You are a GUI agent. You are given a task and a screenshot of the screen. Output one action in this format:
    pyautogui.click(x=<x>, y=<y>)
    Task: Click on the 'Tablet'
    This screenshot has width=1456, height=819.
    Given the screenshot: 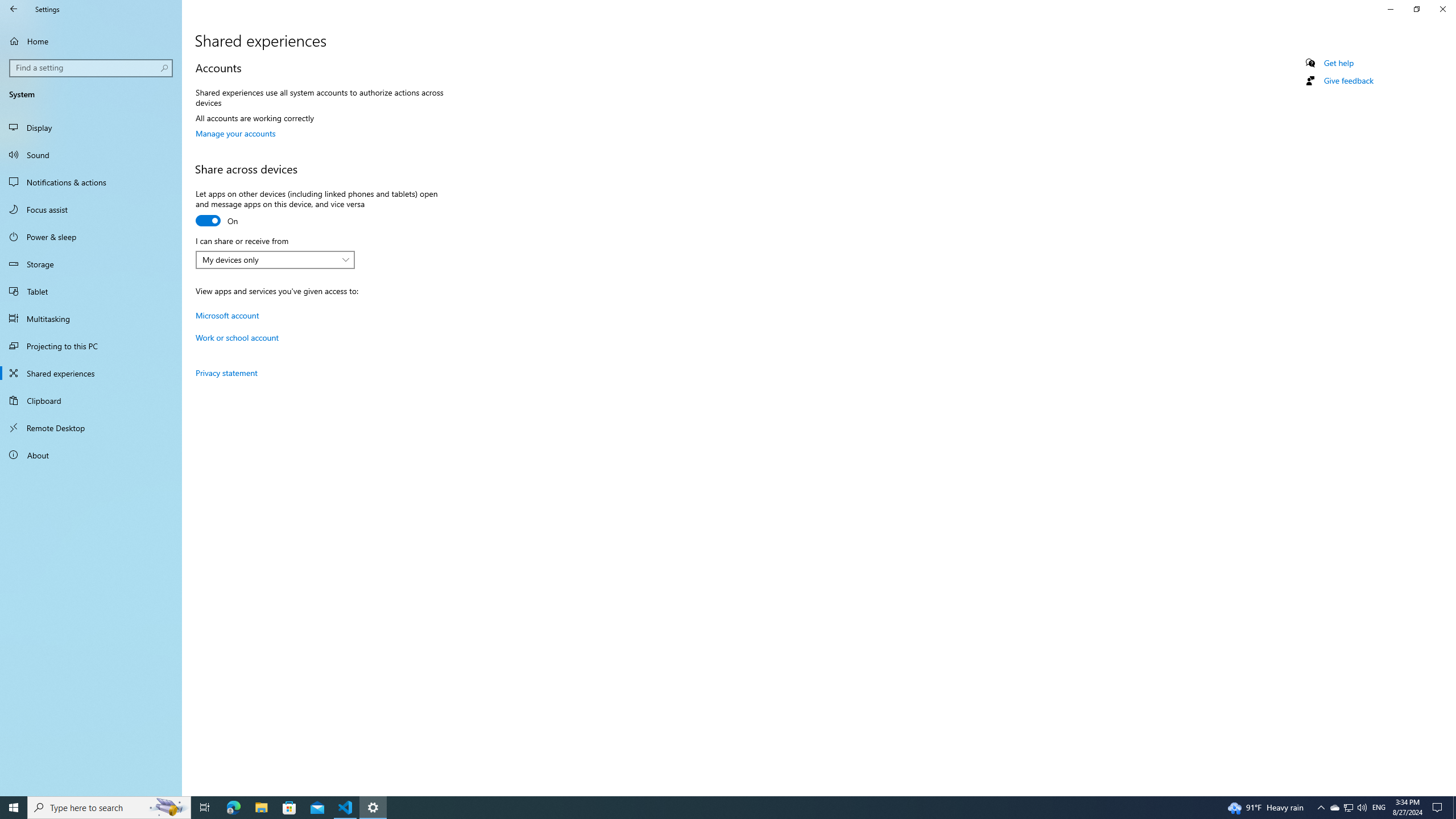 What is the action you would take?
    pyautogui.click(x=90, y=290)
    